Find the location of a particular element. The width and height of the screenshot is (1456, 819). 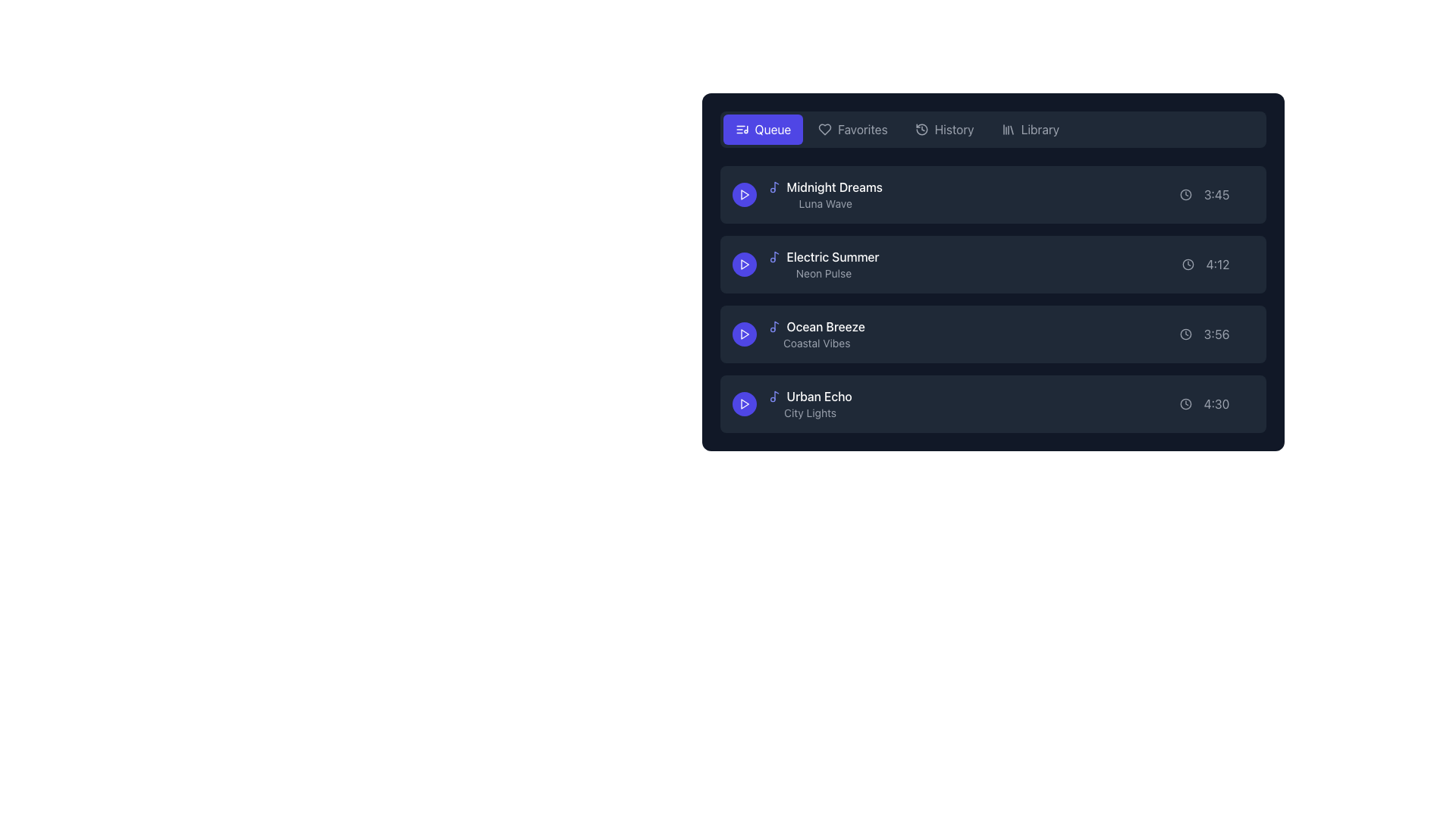

the text label displaying the duration '3:45', which is styled in gray and located on the right side of a list item showing track information is located at coordinates (1216, 194).